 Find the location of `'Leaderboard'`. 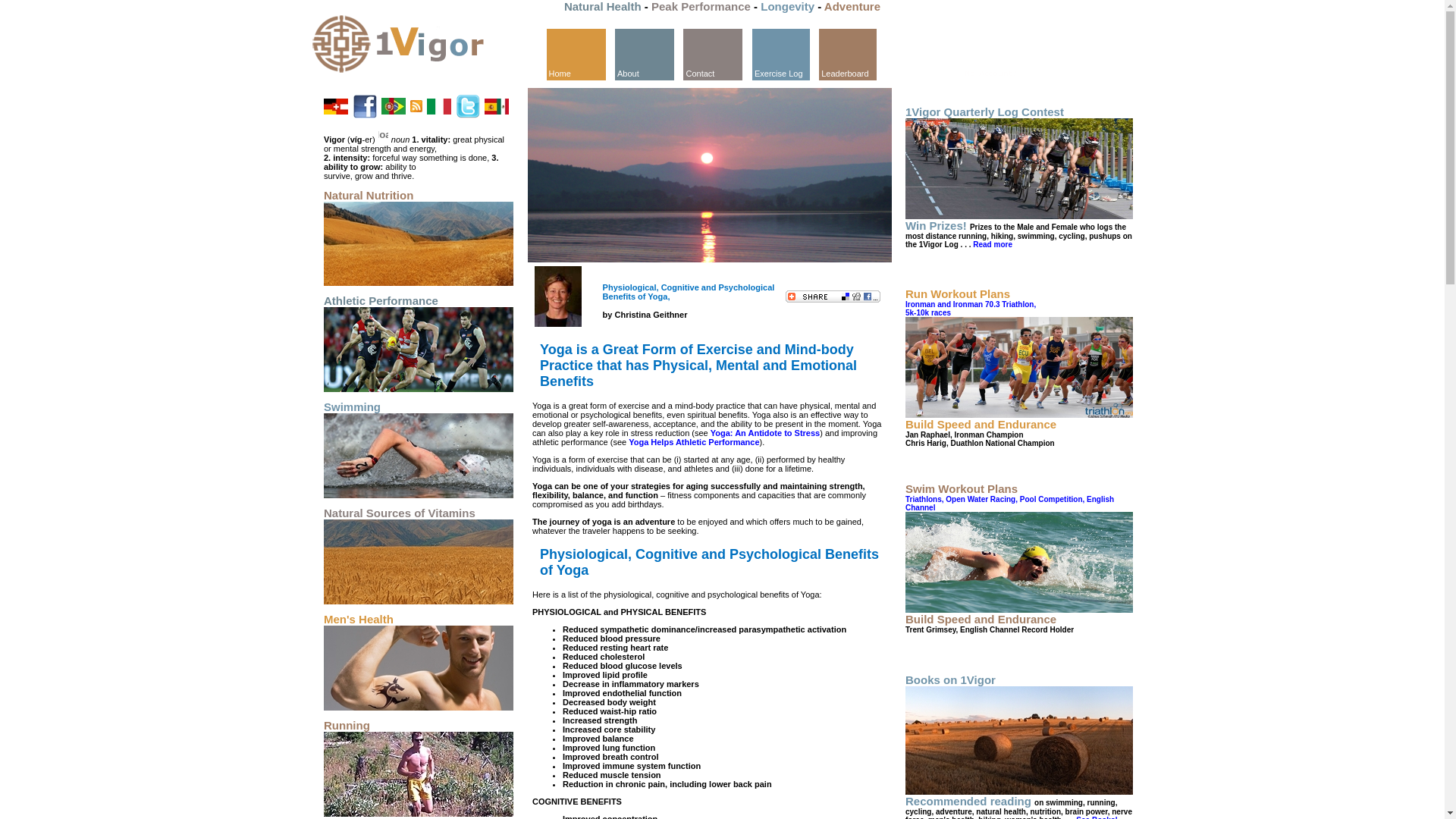

'Leaderboard' is located at coordinates (847, 52).